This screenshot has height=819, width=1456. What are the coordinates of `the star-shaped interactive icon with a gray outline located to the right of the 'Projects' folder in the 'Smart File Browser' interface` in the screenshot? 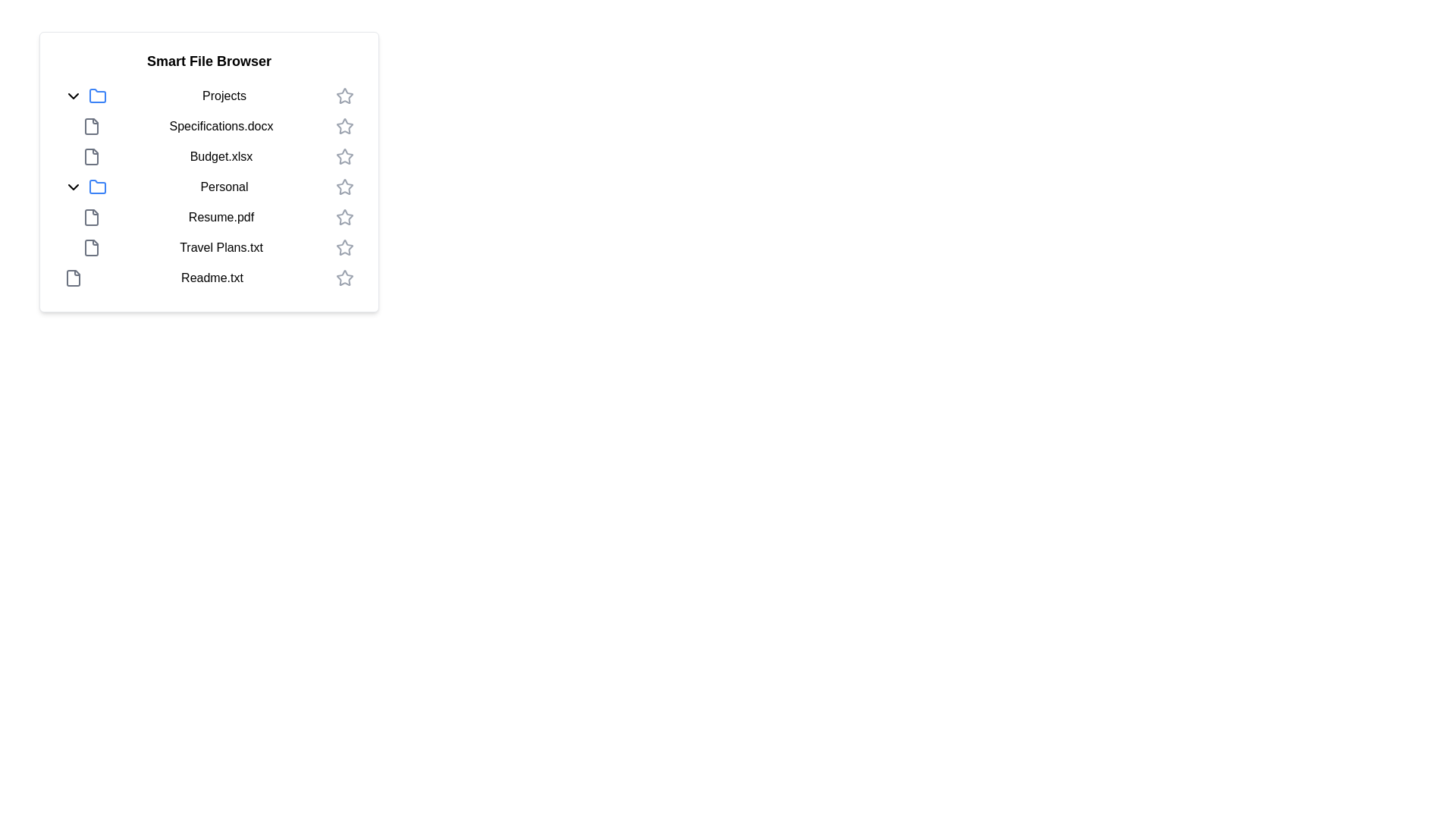 It's located at (344, 96).